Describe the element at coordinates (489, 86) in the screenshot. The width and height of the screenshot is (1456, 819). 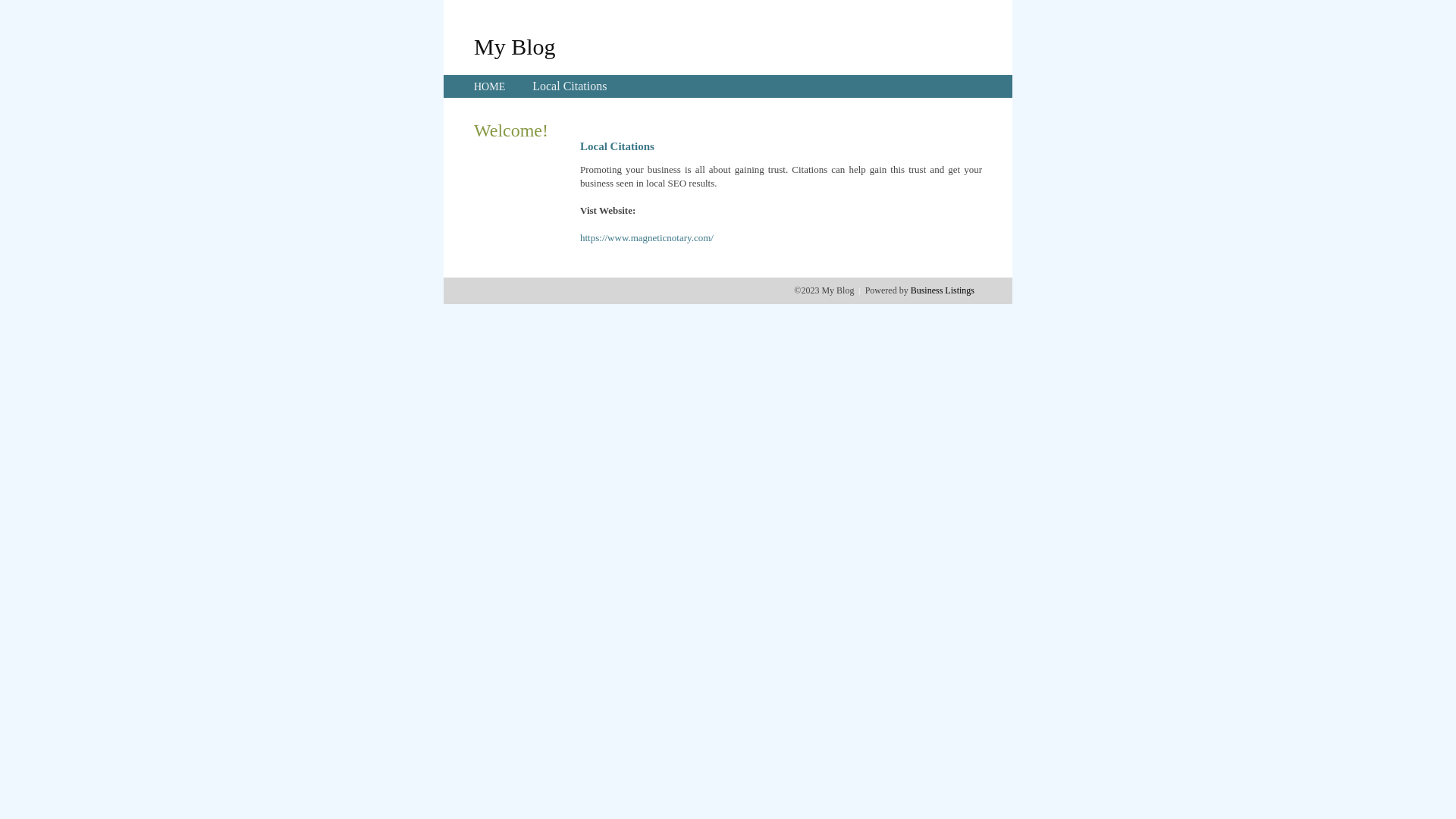
I see `'HOME'` at that location.